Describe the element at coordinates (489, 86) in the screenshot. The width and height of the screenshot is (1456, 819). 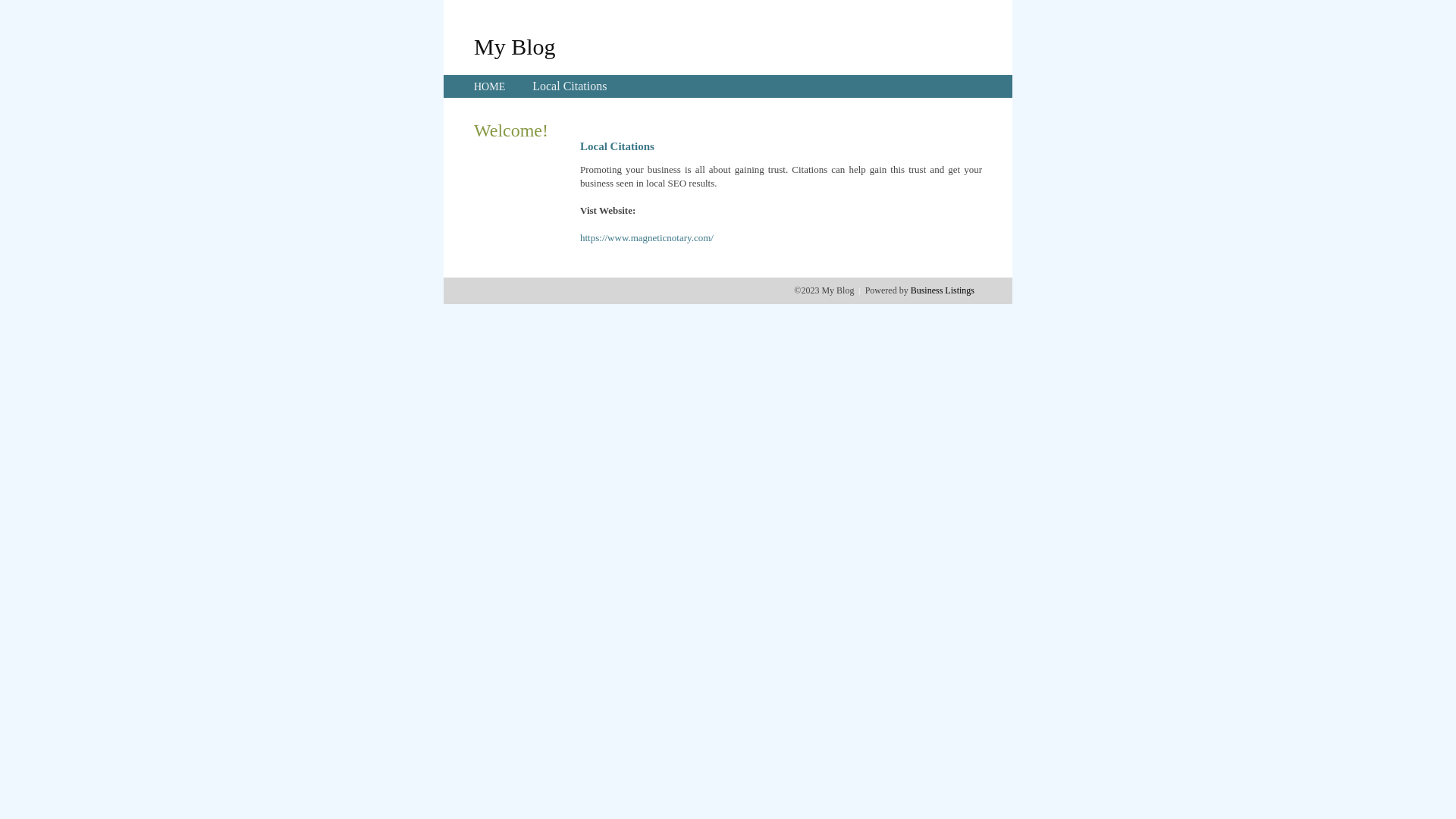
I see `'HOME'` at that location.